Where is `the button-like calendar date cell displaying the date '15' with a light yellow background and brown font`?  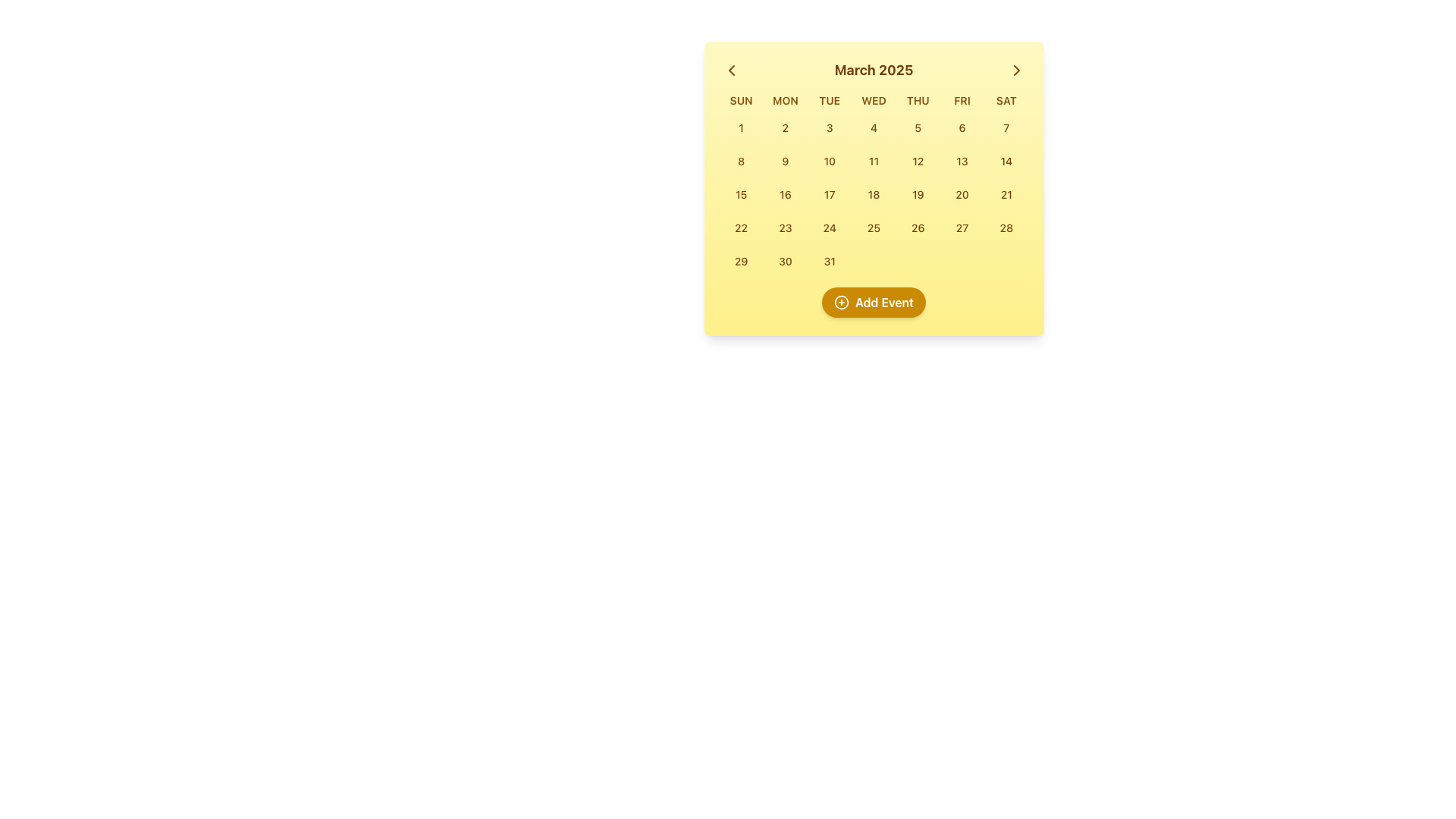
the button-like calendar date cell displaying the date '15' with a light yellow background and brown font is located at coordinates (741, 194).